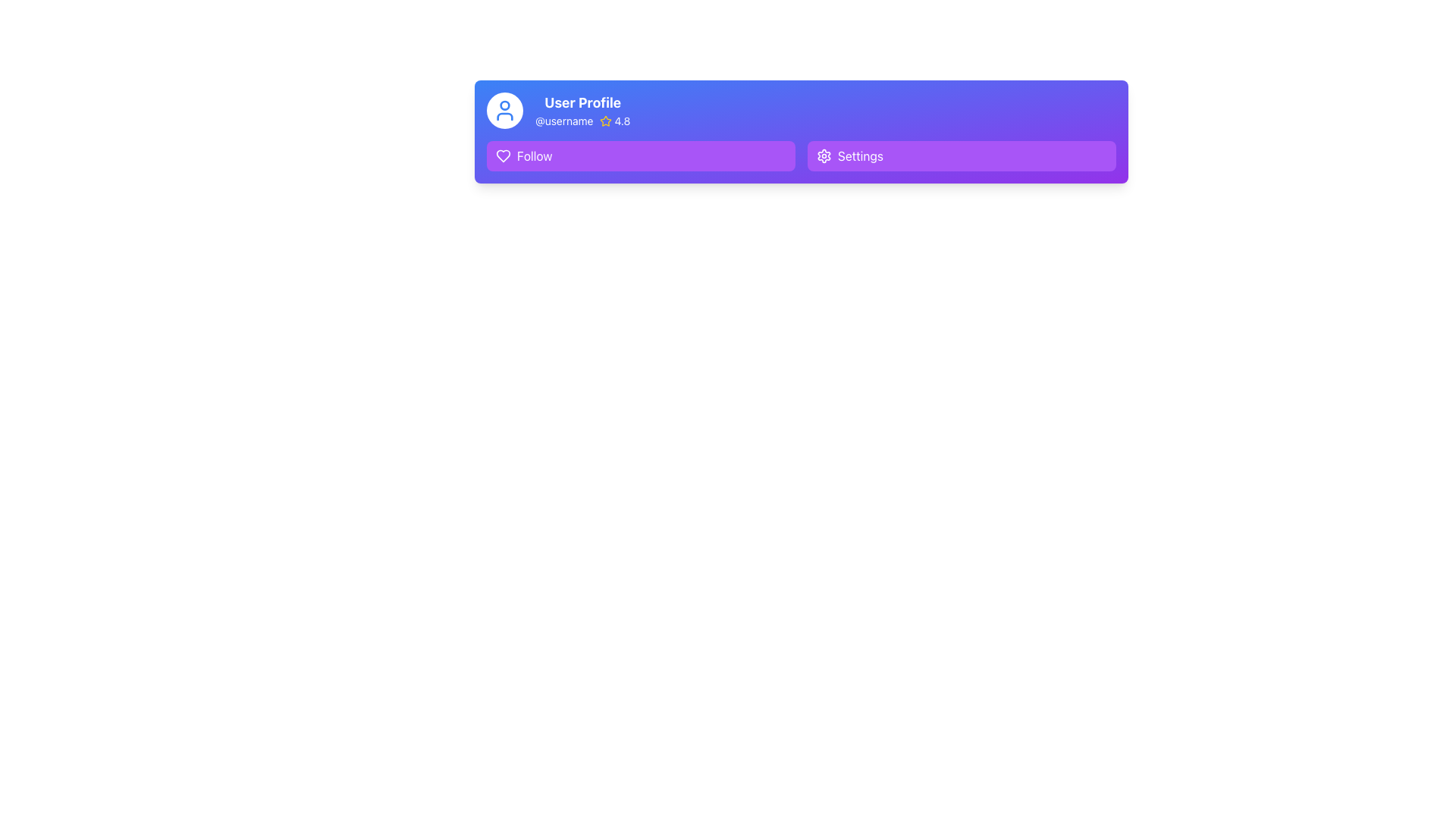  I want to click on the settings icon located in the top-right quadrant of the interface, which precedes the text label 'Settings', so click(823, 155).